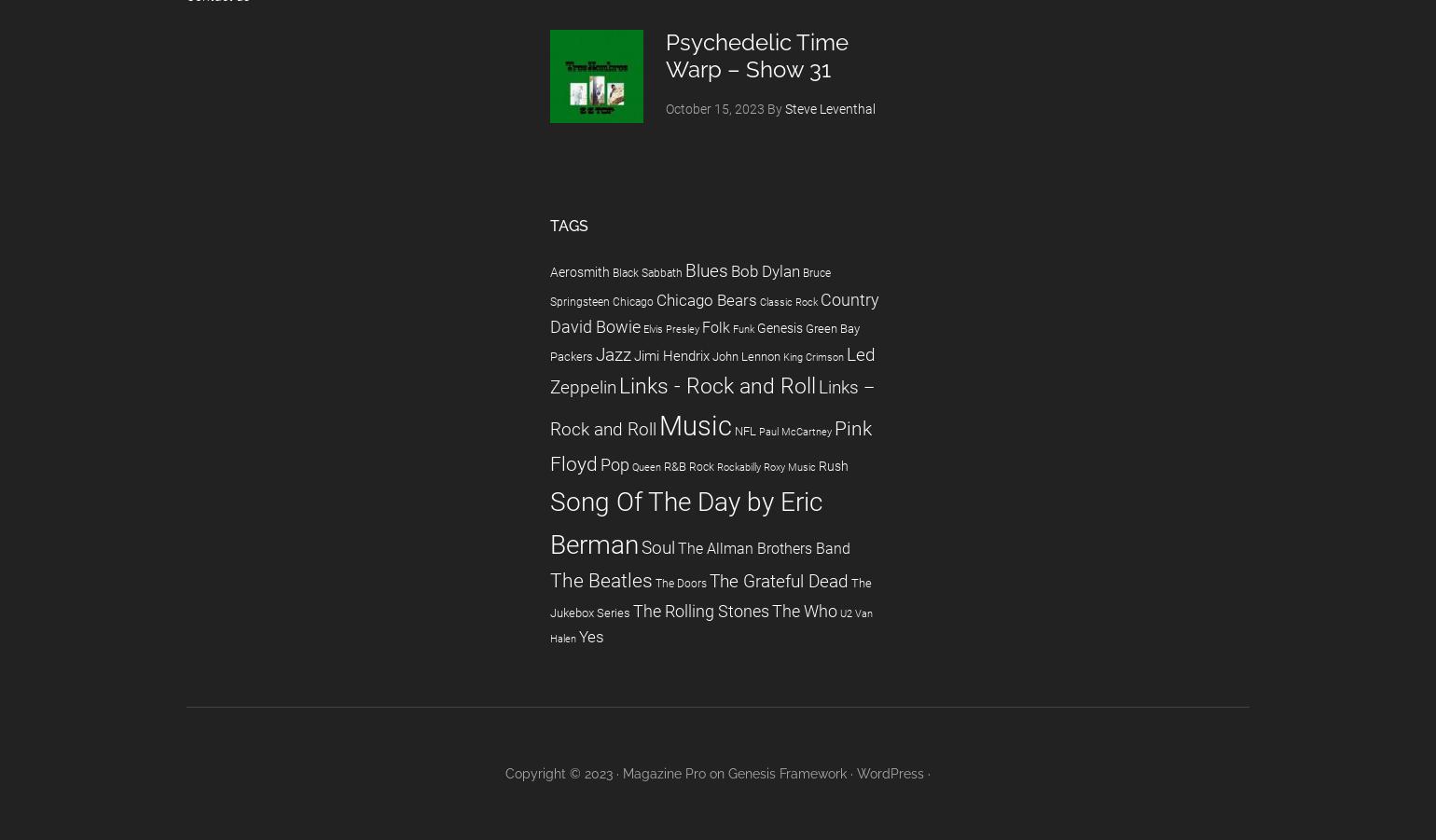 The width and height of the screenshot is (1436, 840). I want to click on 'The Grateful Dead', so click(779, 580).